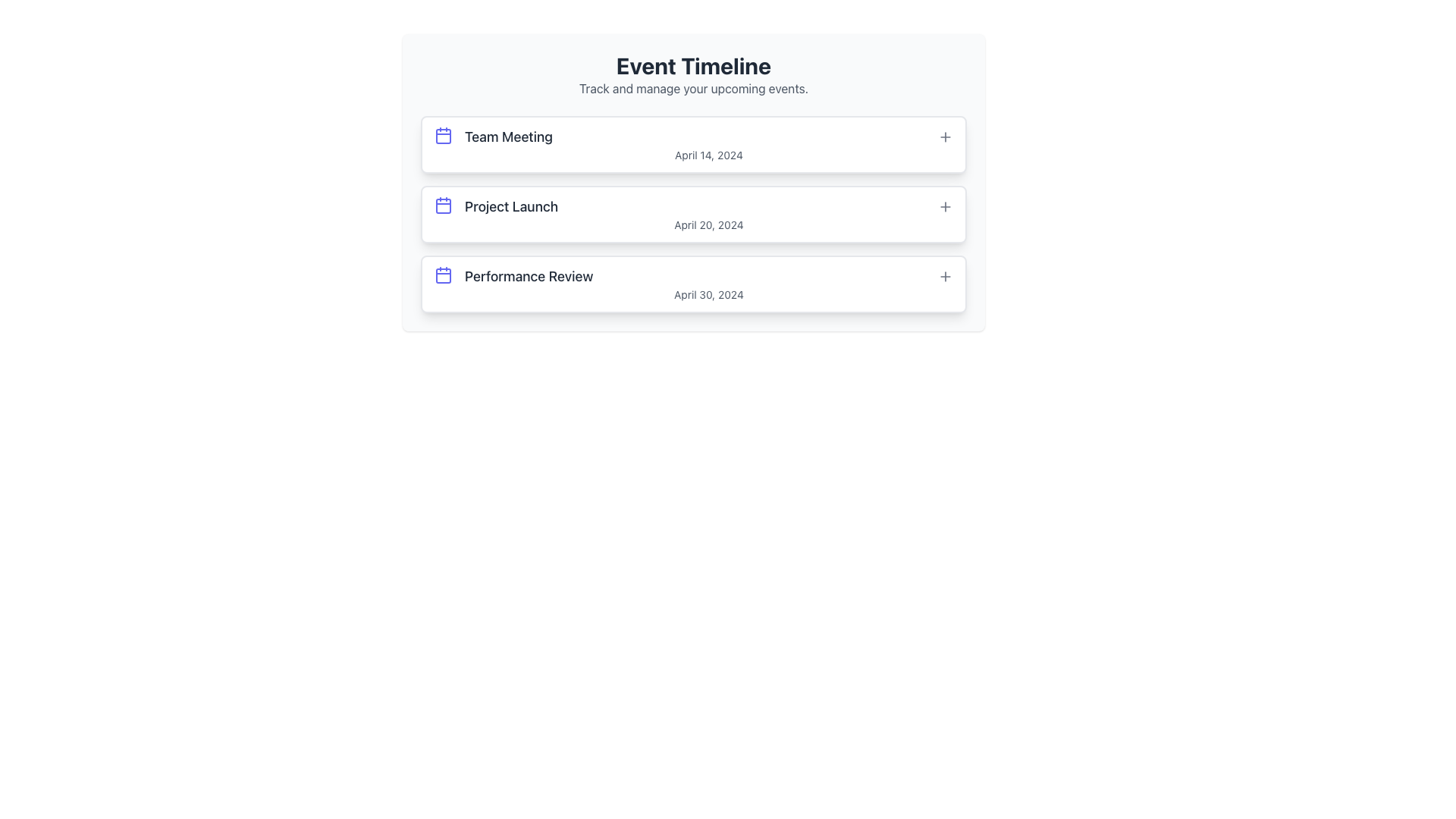 This screenshot has width=1456, height=819. I want to click on text content of the Text Display Element which shows the event title 'Project Launch' and the scheduled date 'April 20, 2024.', so click(708, 214).